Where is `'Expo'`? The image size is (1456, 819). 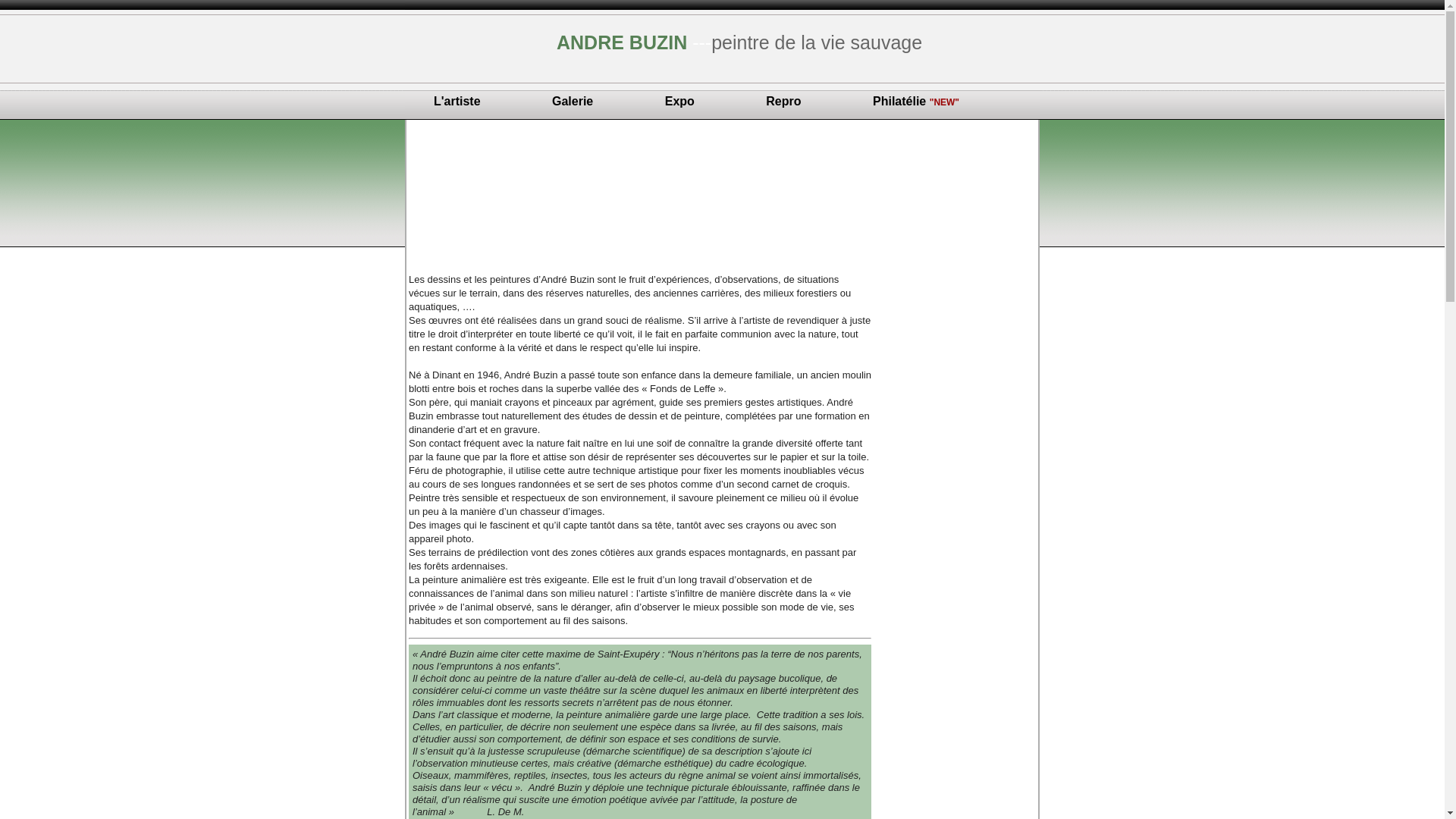 'Expo' is located at coordinates (679, 101).